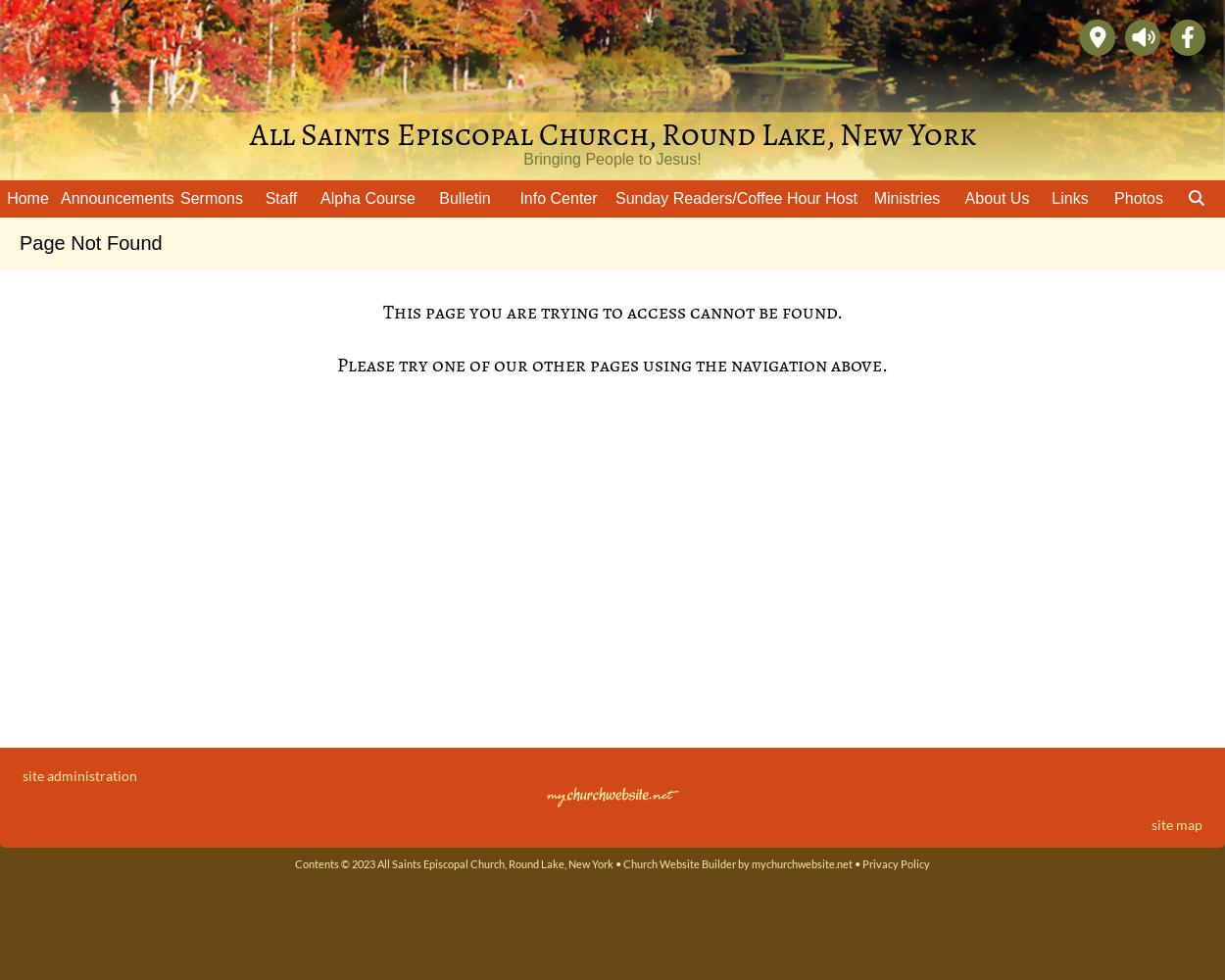  I want to click on 'Page Not Found', so click(20, 242).